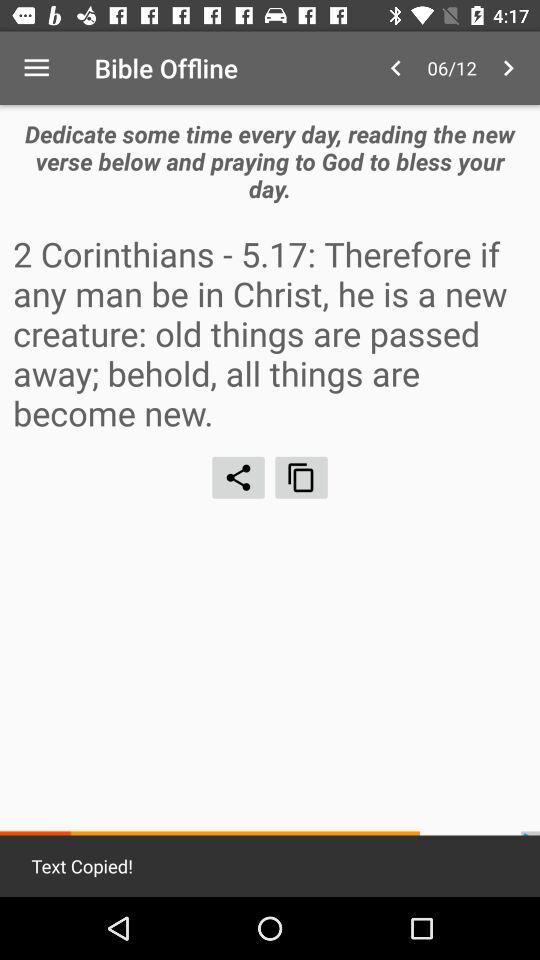  I want to click on the icon to the left of bible offline item, so click(36, 68).